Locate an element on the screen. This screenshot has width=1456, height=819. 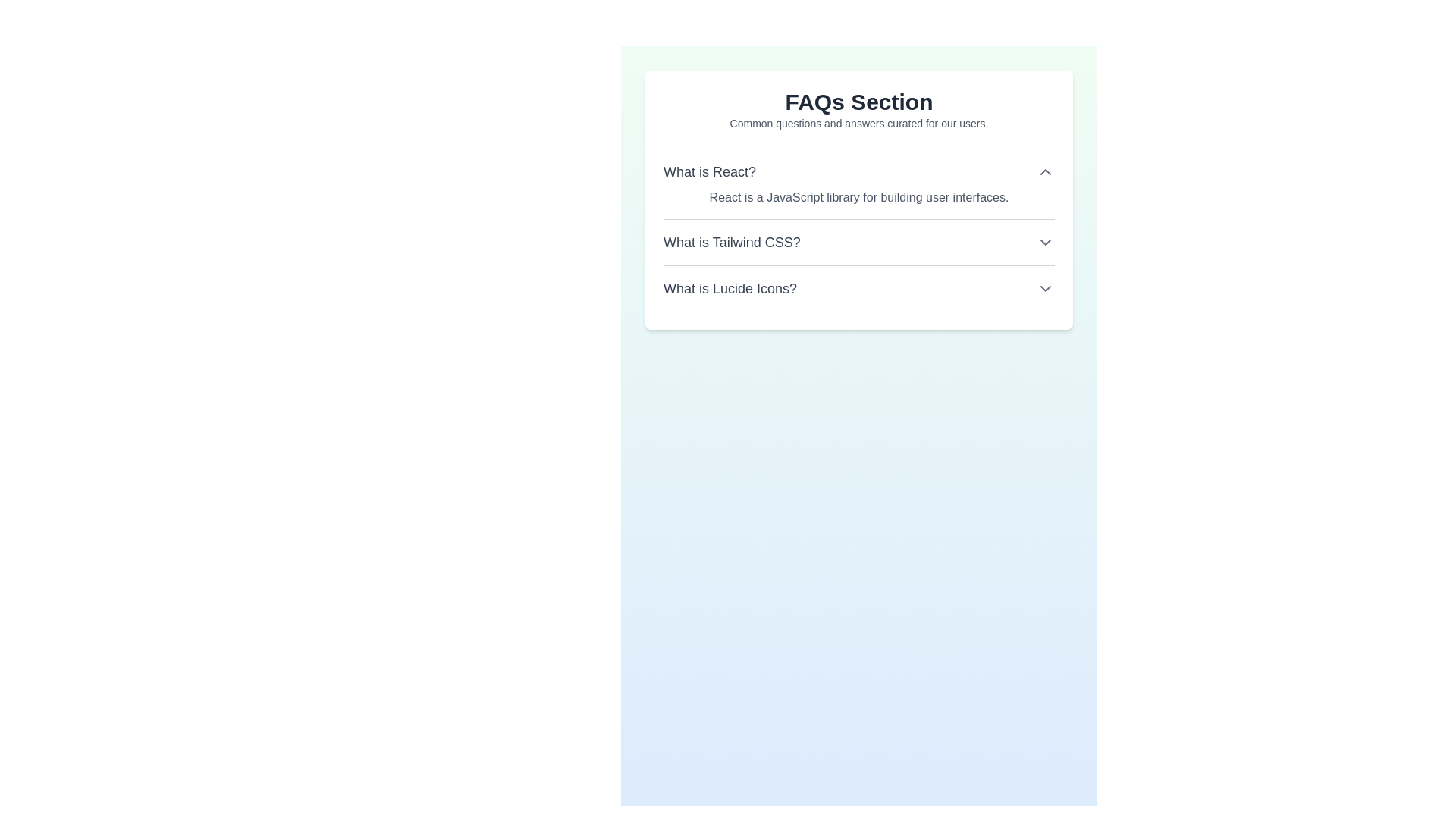
the upward-pointing chevron icon located to the right of the 'What is React?' question in the FAQs Section is located at coordinates (1044, 171).